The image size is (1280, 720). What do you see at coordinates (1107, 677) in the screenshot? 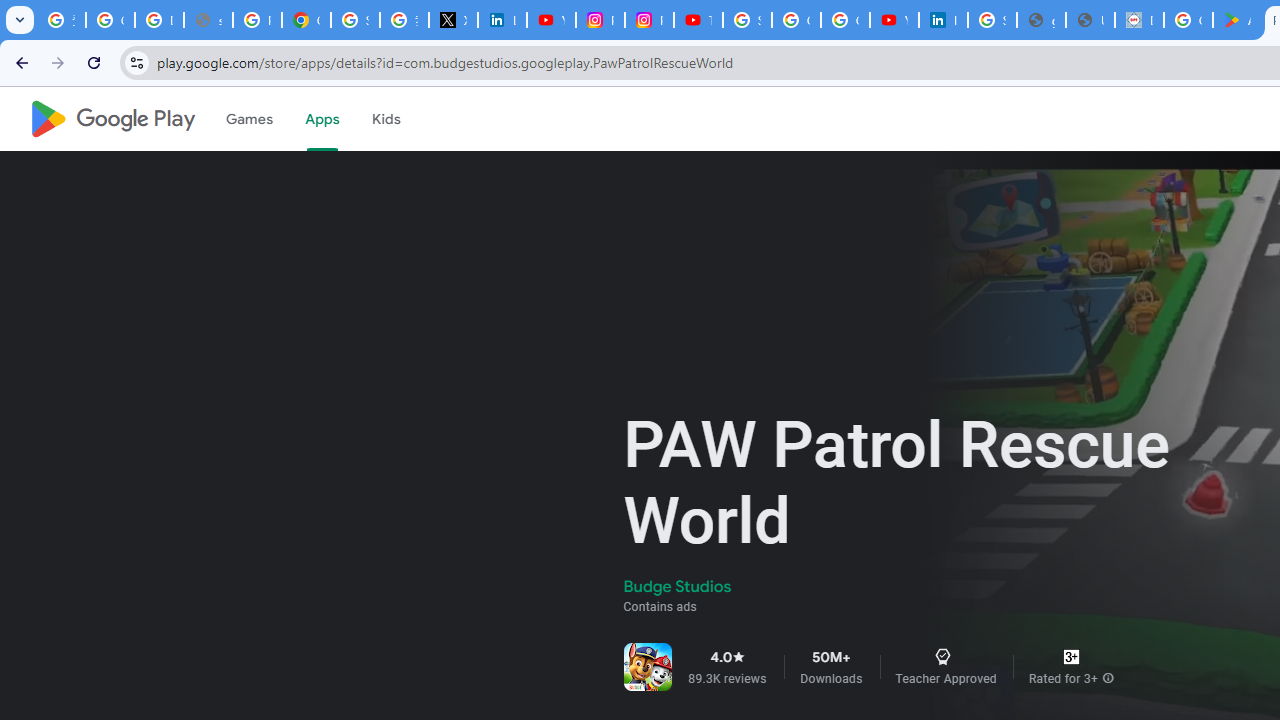
I see `'More info about this content rating'` at bounding box center [1107, 677].